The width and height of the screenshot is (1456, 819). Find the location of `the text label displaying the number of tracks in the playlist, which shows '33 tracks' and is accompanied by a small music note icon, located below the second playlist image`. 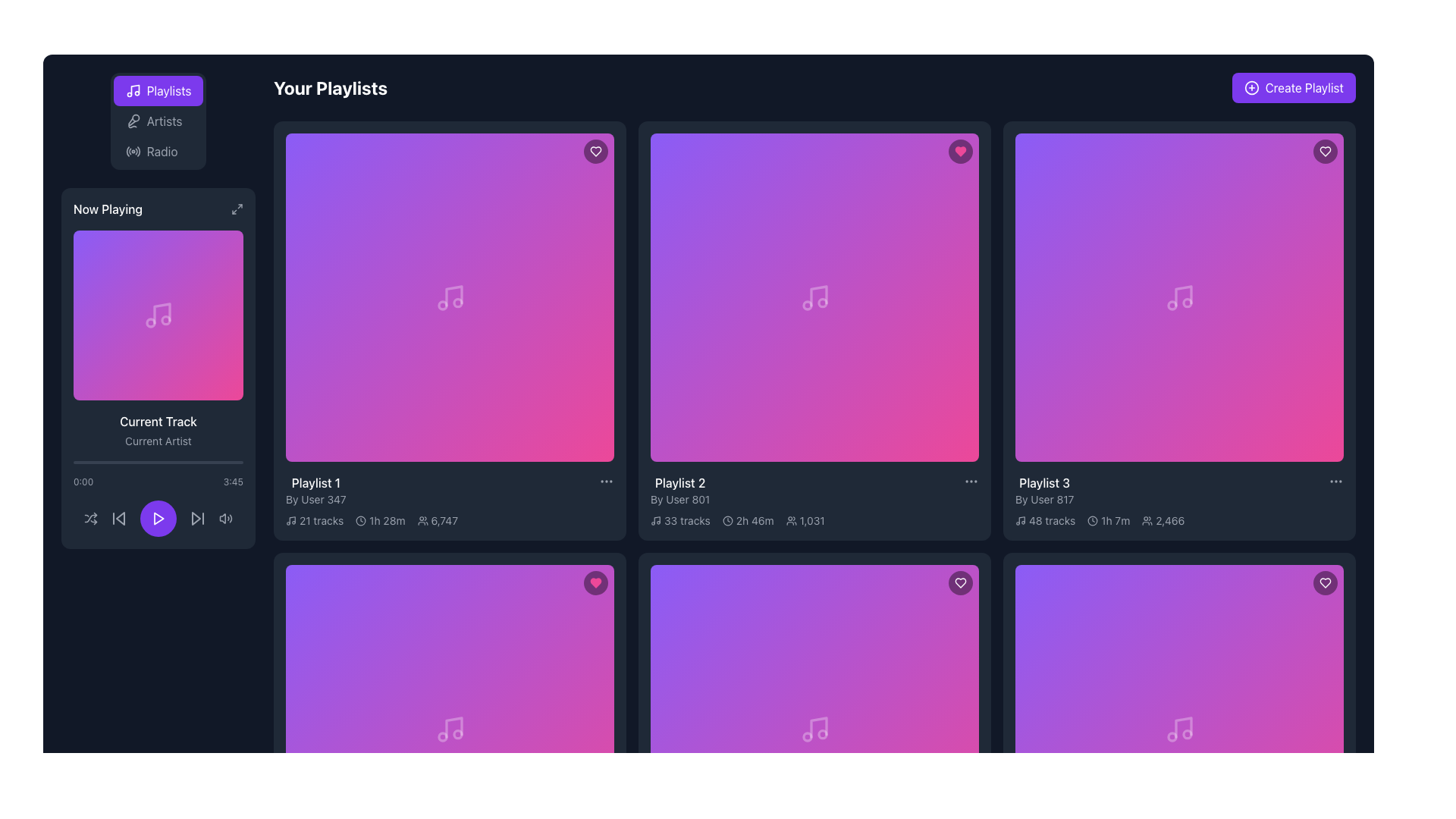

the text label displaying the number of tracks in the playlist, which shows '33 tracks' and is accompanied by a small music note icon, located below the second playlist image is located at coordinates (679, 519).